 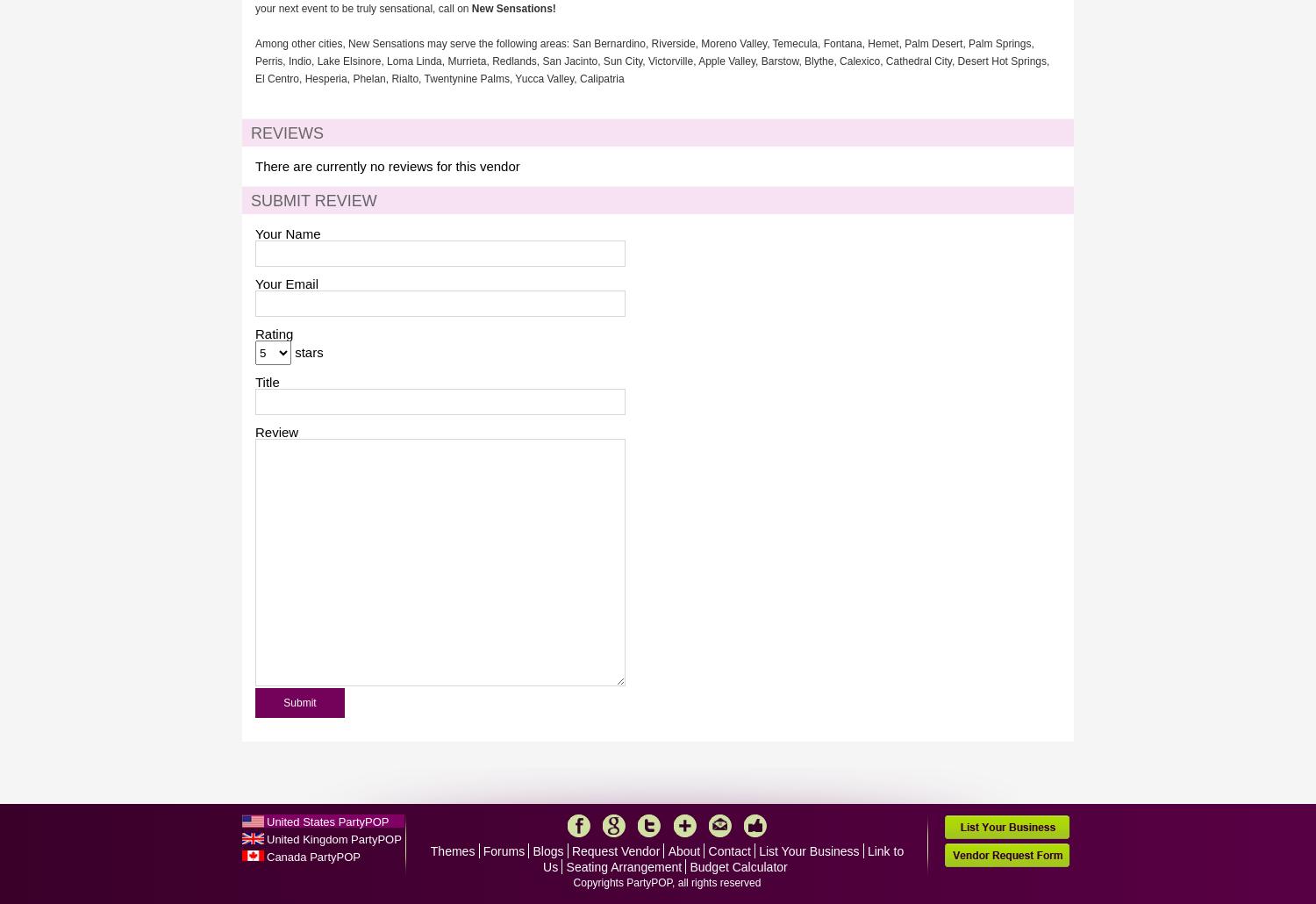 I want to click on 'Your Email', so click(x=285, y=283).